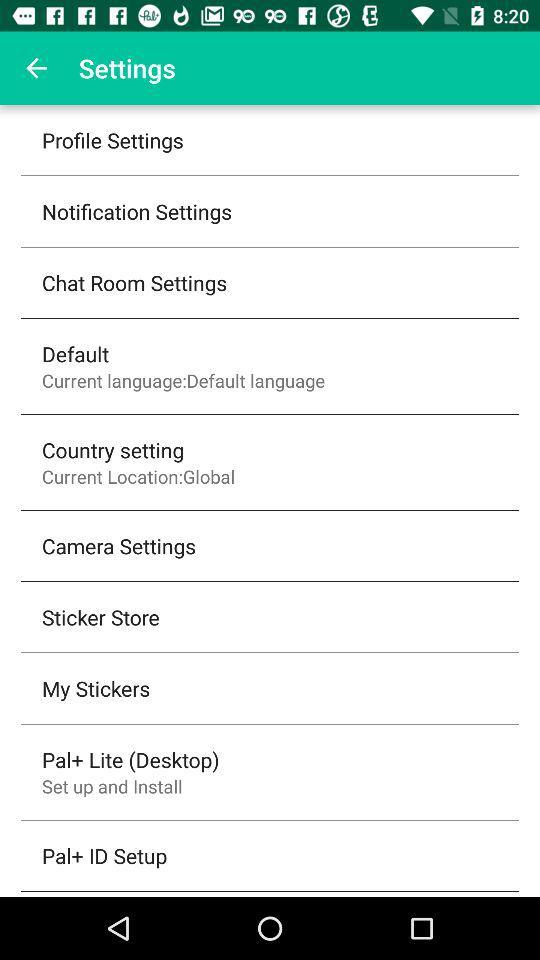 The height and width of the screenshot is (960, 540). Describe the element at coordinates (36, 68) in the screenshot. I see `the item to the left of the settings item` at that location.